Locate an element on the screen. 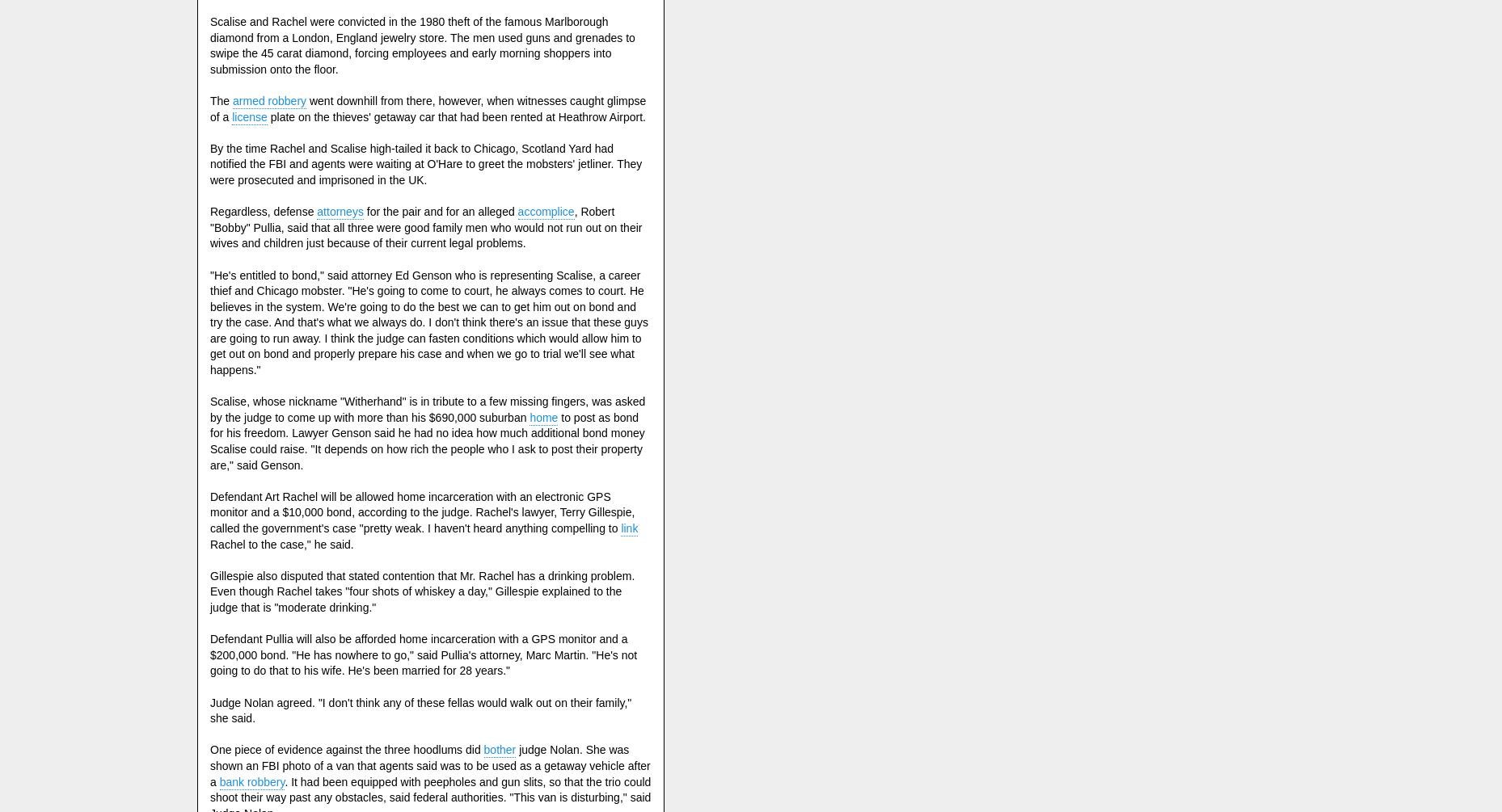 Image resolution: width=1502 pixels, height=812 pixels. 'Rachel to the case," he said.' is located at coordinates (281, 544).